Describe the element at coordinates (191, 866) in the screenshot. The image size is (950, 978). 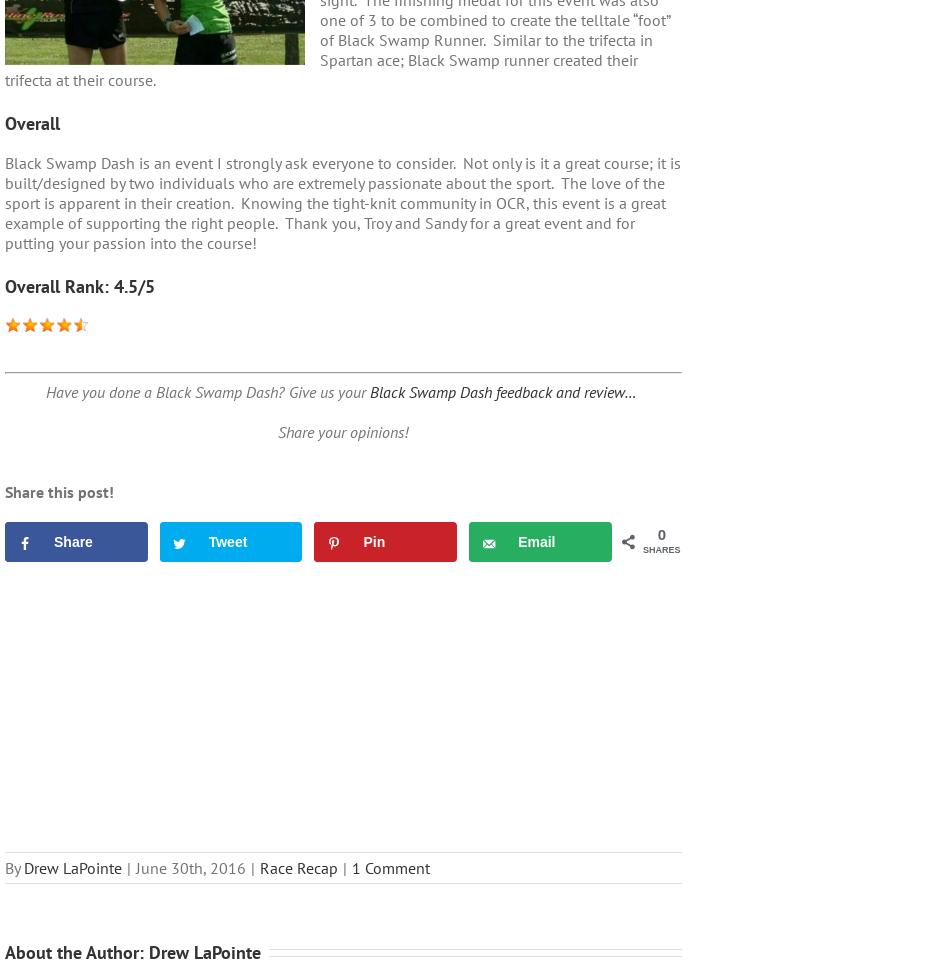
I see `'June 30th, 2016'` at that location.